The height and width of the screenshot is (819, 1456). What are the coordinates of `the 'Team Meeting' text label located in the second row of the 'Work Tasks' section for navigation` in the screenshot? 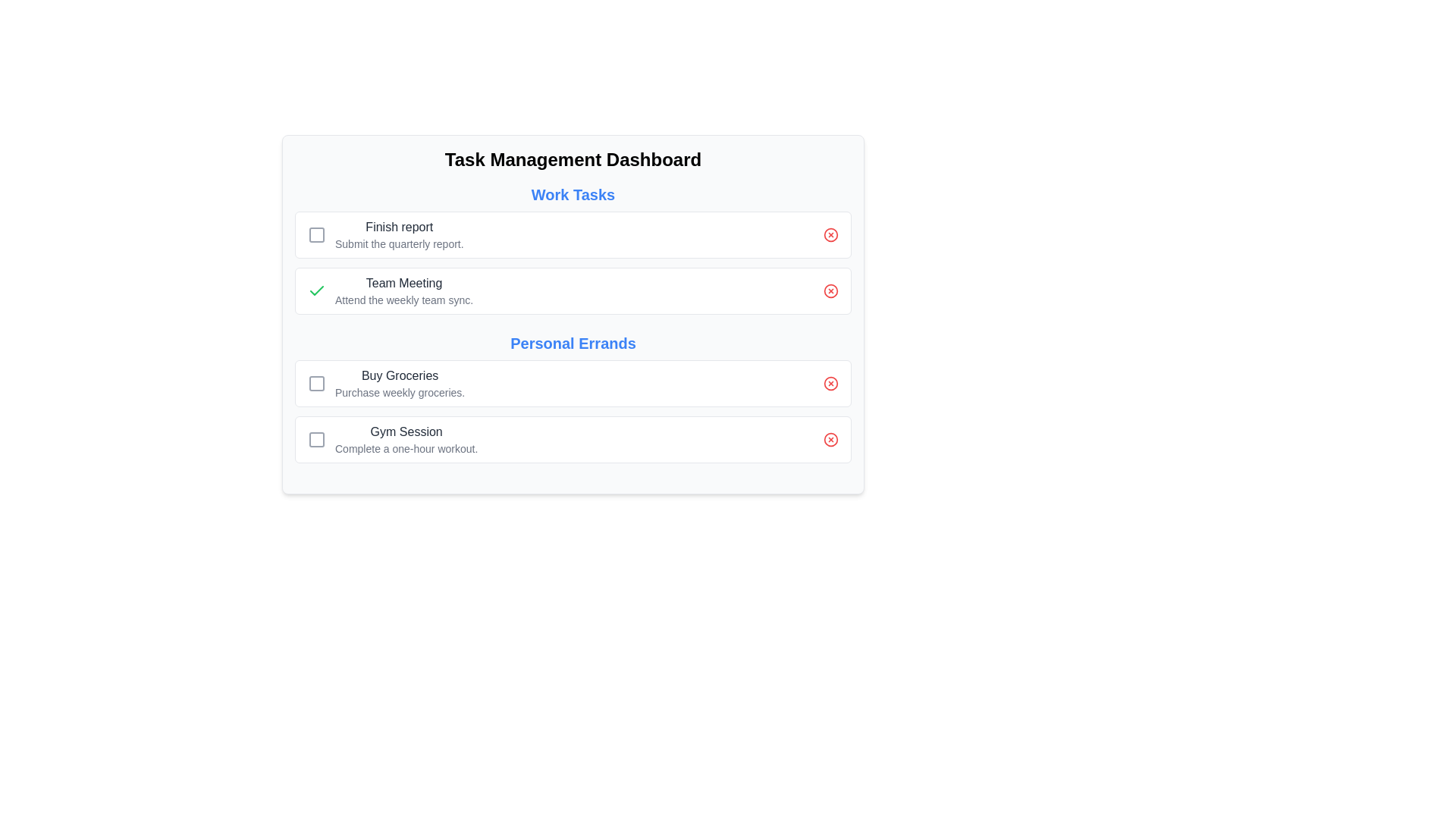 It's located at (403, 284).